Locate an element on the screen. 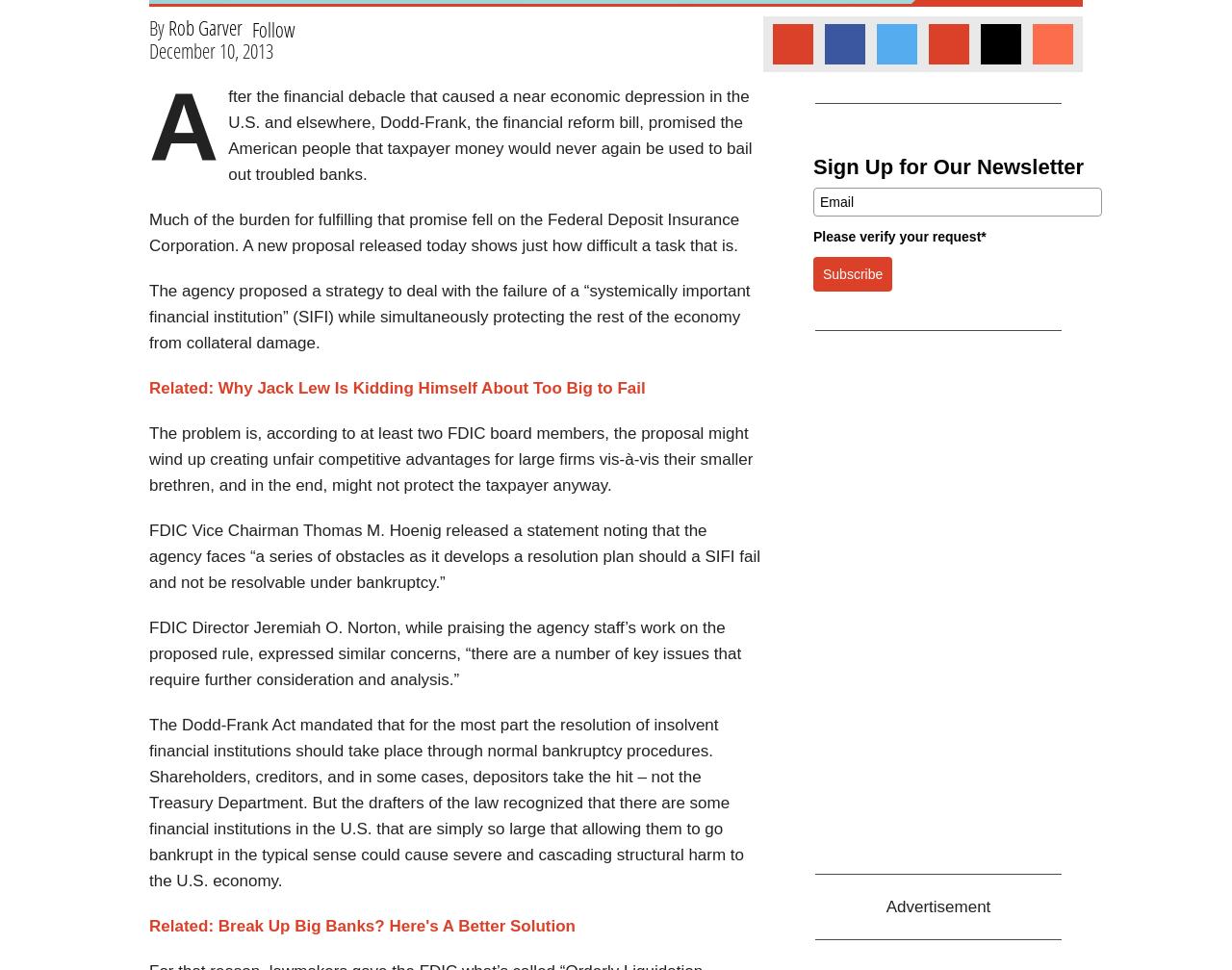  'Much of the burden for fulfilling that promise fell on the Federal Deposit Insurance Corporation. A new proposal released today shows just how difficult a task that is.' is located at coordinates (443, 233).